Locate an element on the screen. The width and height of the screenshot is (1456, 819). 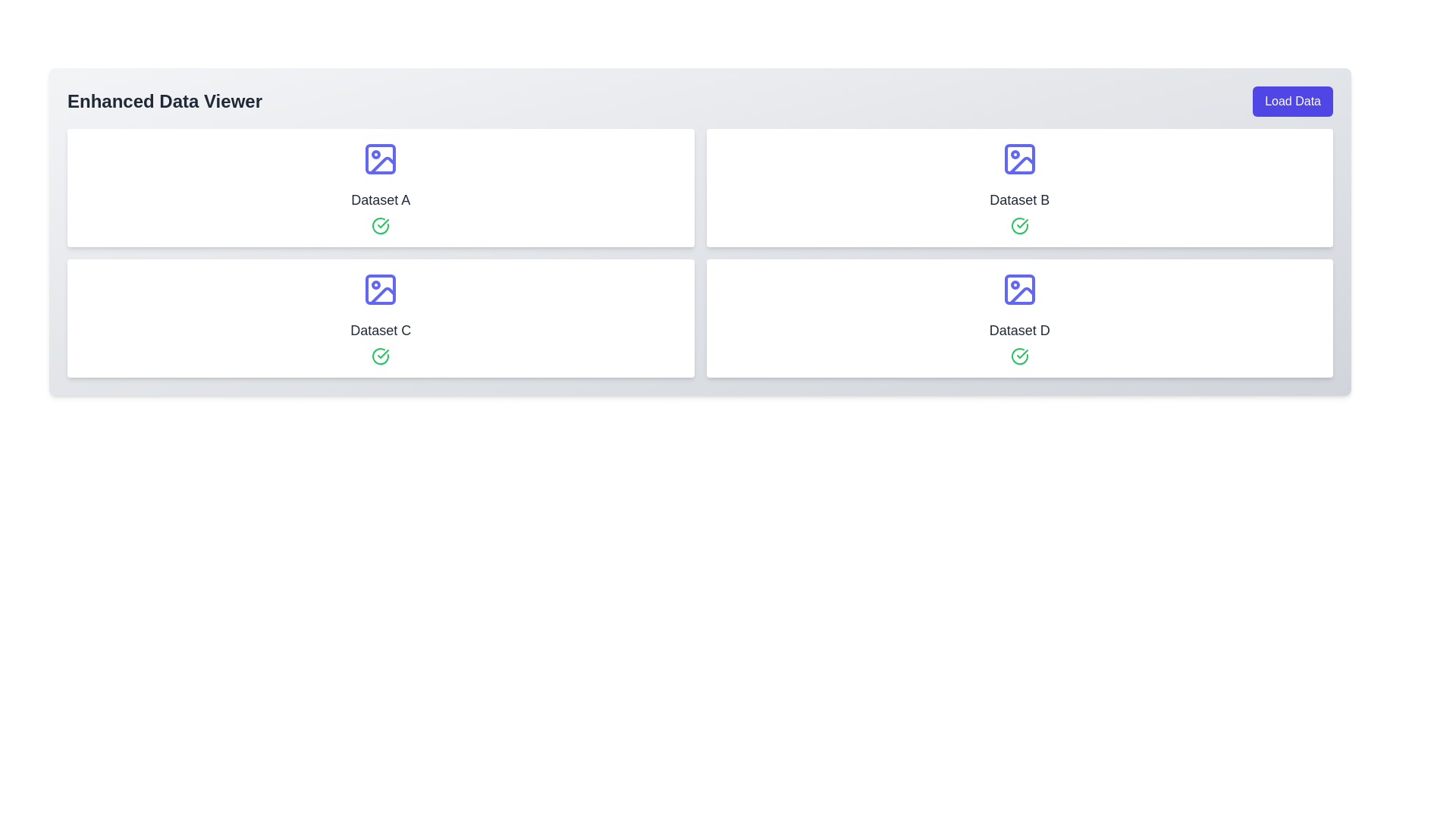
the decorative icon representing 'Dataset B', which is positioned centrally near the top of the 'Dataset B' panel, directly above the text 'Dataset B' is located at coordinates (1019, 158).